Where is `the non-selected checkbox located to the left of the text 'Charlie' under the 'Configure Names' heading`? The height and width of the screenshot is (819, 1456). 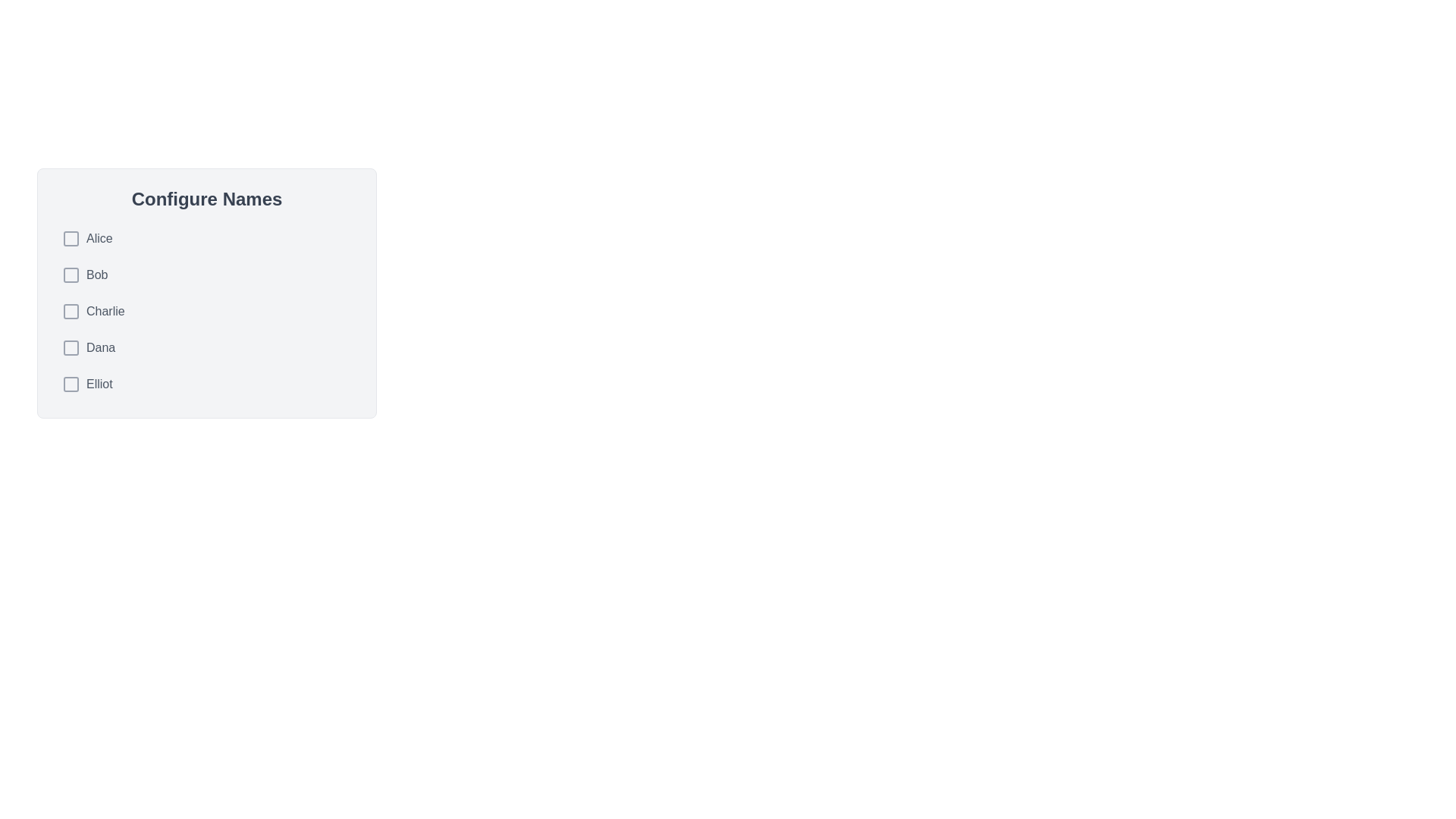 the non-selected checkbox located to the left of the text 'Charlie' under the 'Configure Names' heading is located at coordinates (71, 311).